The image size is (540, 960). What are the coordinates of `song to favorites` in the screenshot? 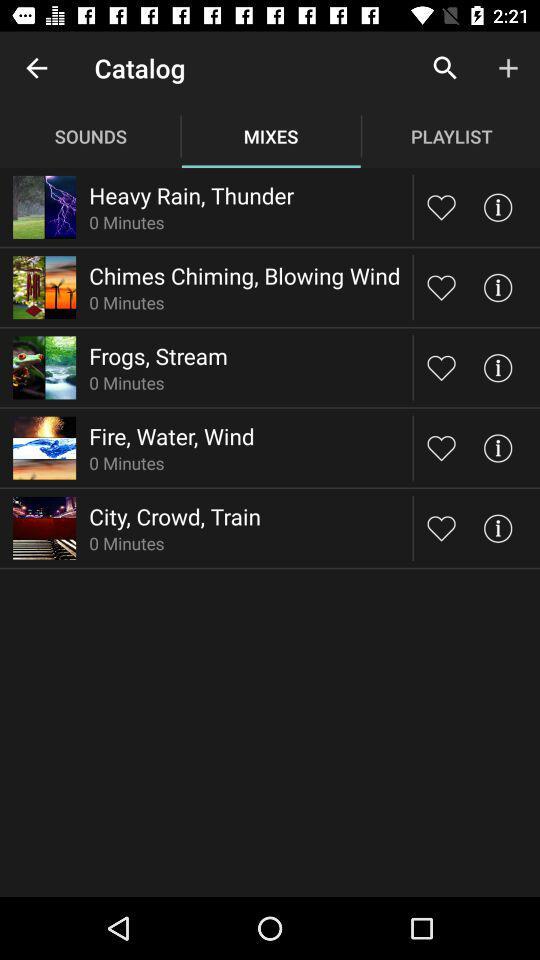 It's located at (441, 366).